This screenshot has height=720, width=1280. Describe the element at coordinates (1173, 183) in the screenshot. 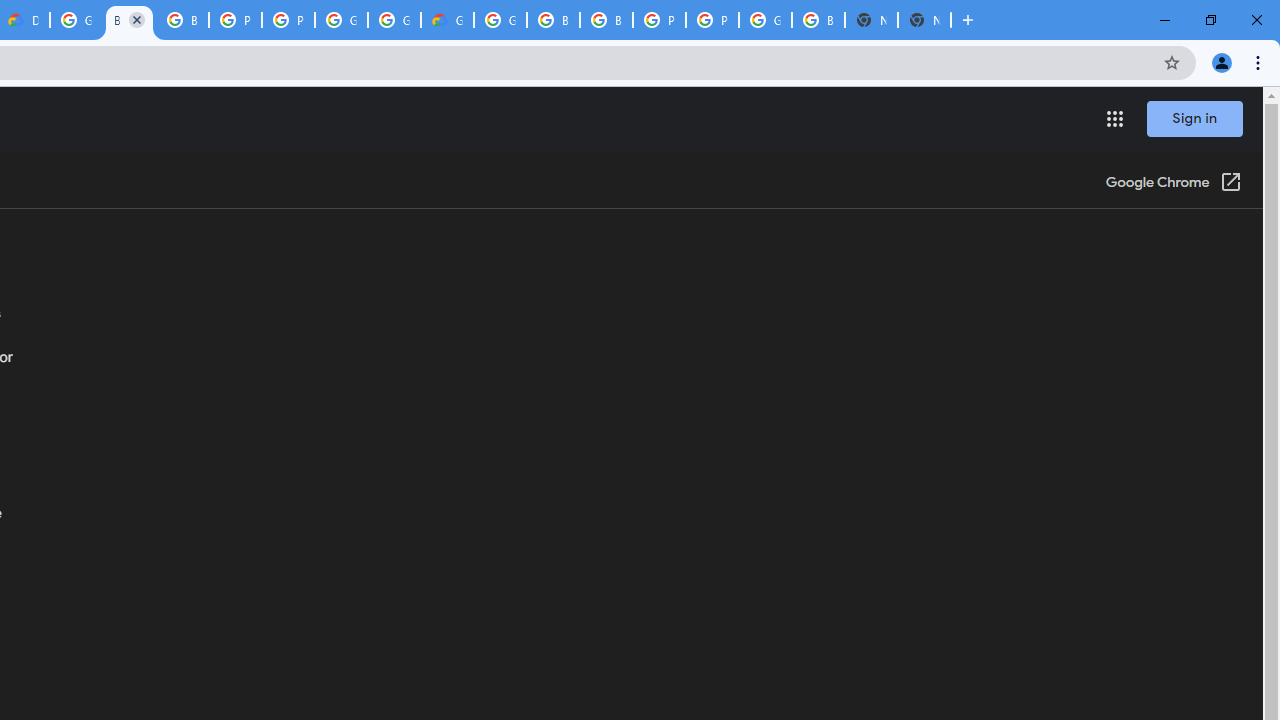

I see `'Google Chrome (Open in a new window)'` at that location.